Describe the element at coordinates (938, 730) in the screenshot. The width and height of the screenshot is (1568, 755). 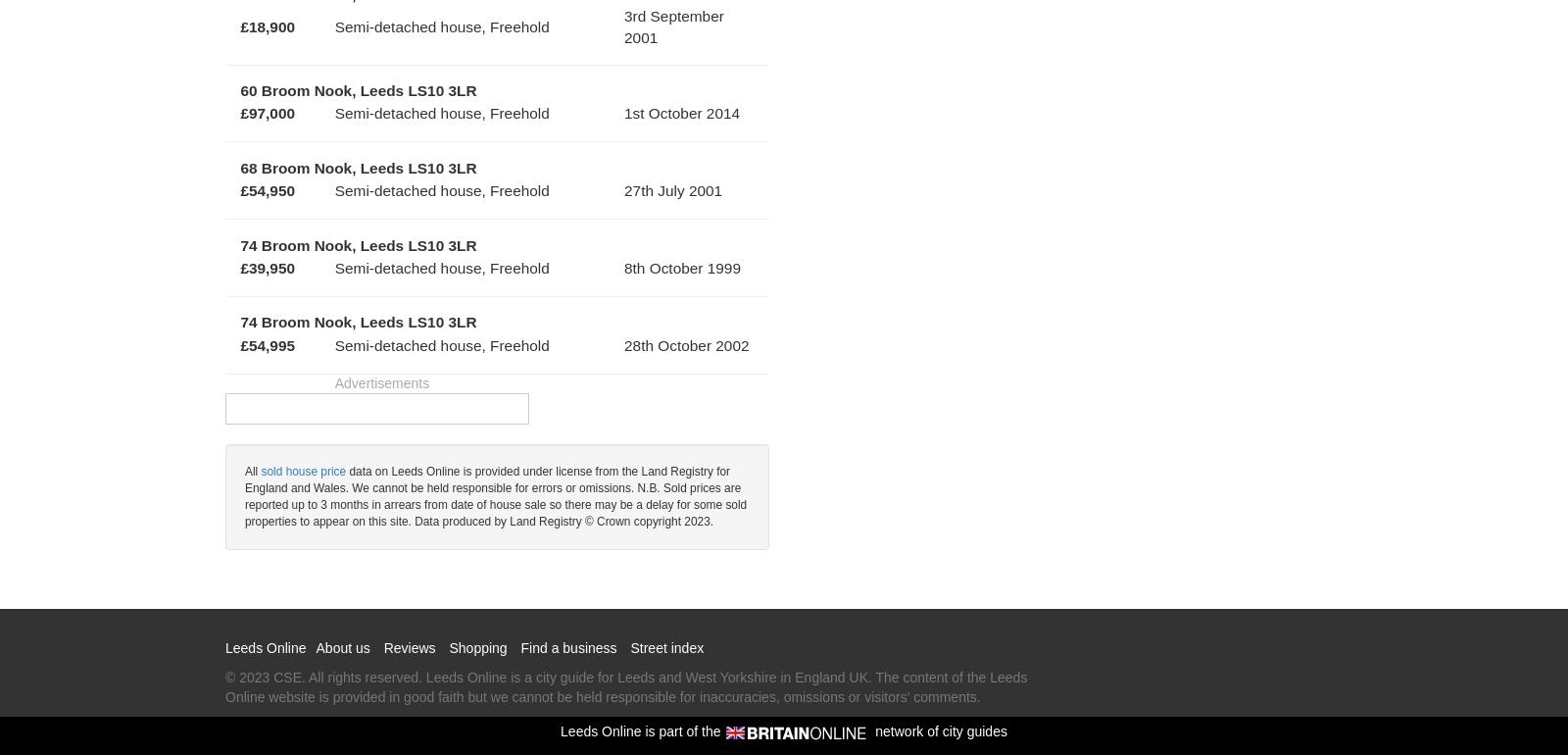
I see `'network of city guides'` at that location.